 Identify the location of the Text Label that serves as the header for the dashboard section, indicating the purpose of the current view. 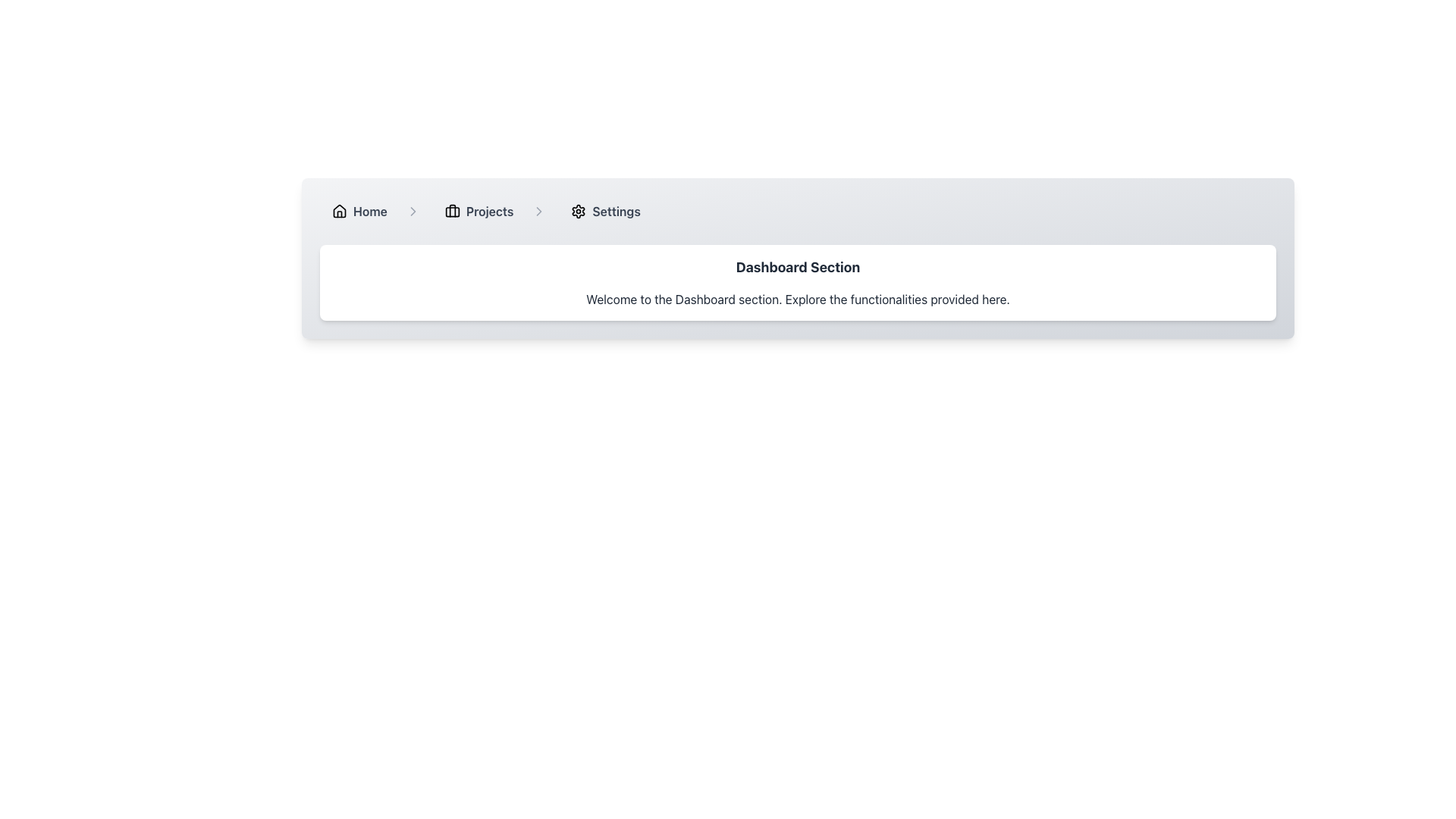
(797, 267).